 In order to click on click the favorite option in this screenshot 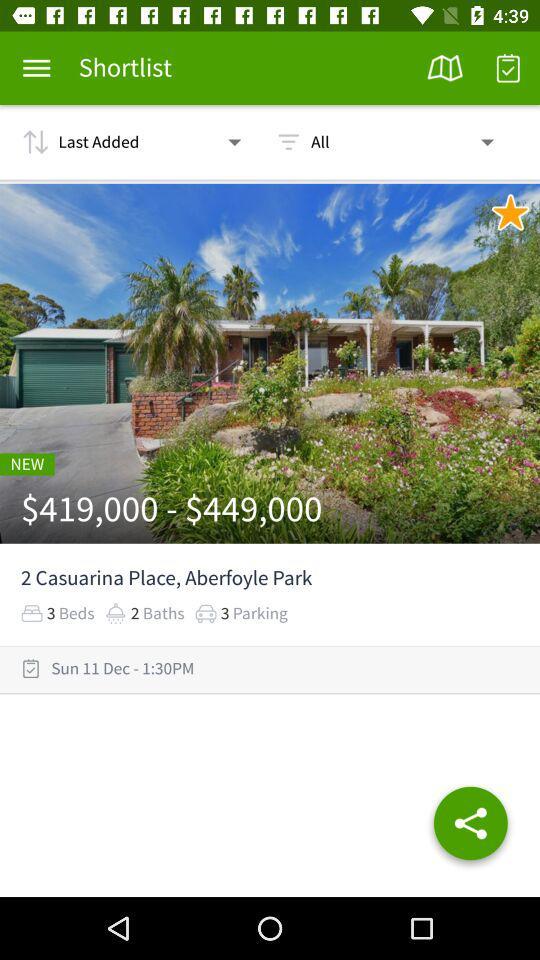, I will do `click(510, 212)`.